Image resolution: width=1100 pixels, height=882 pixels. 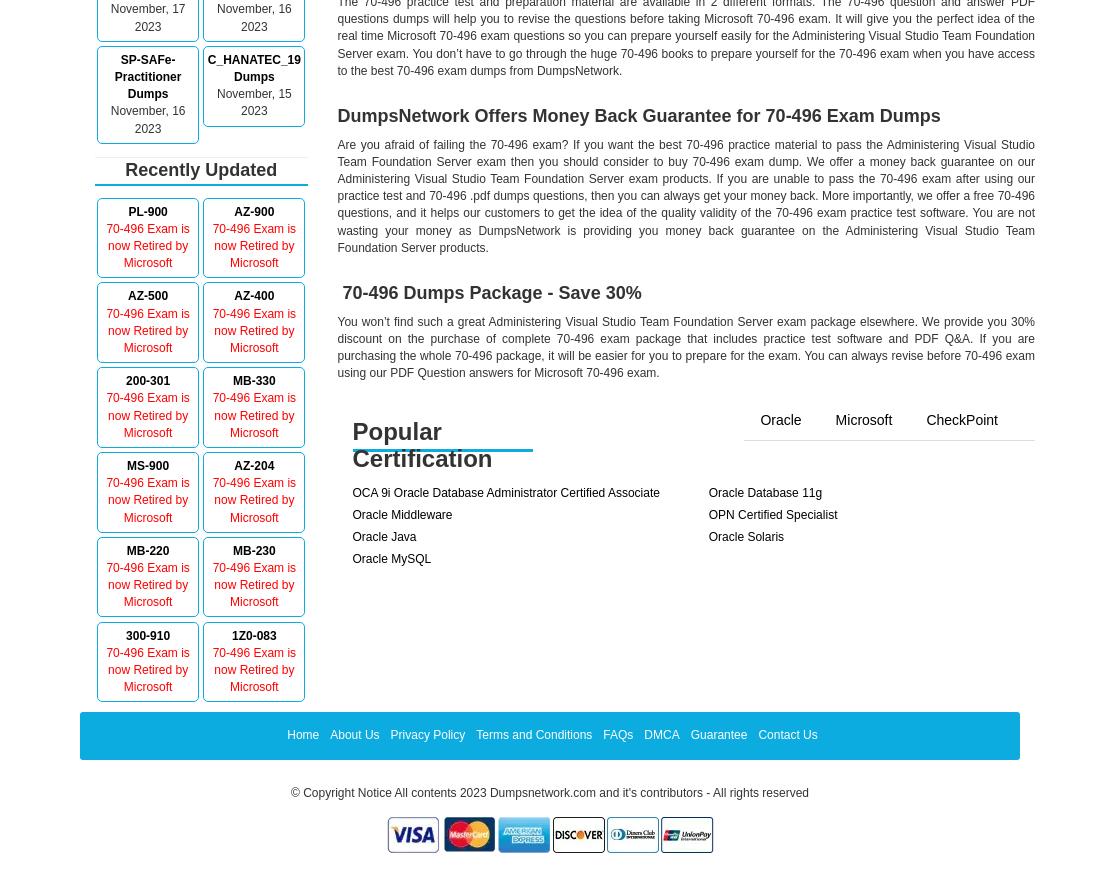 I want to click on 'FAQs', so click(x=616, y=733).